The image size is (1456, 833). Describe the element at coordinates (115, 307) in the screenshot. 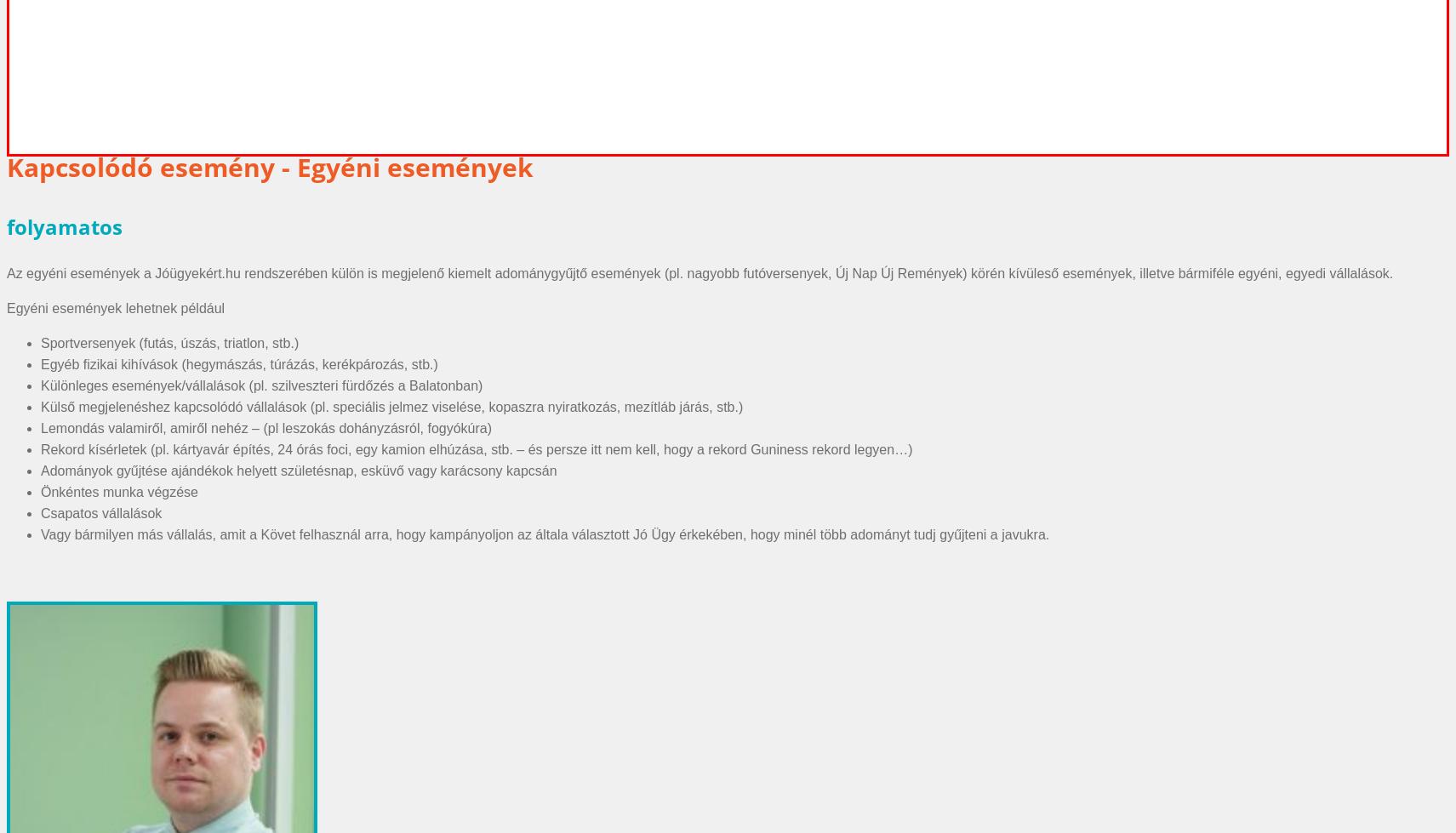

I see `'Egyéni események lehetnek például'` at that location.